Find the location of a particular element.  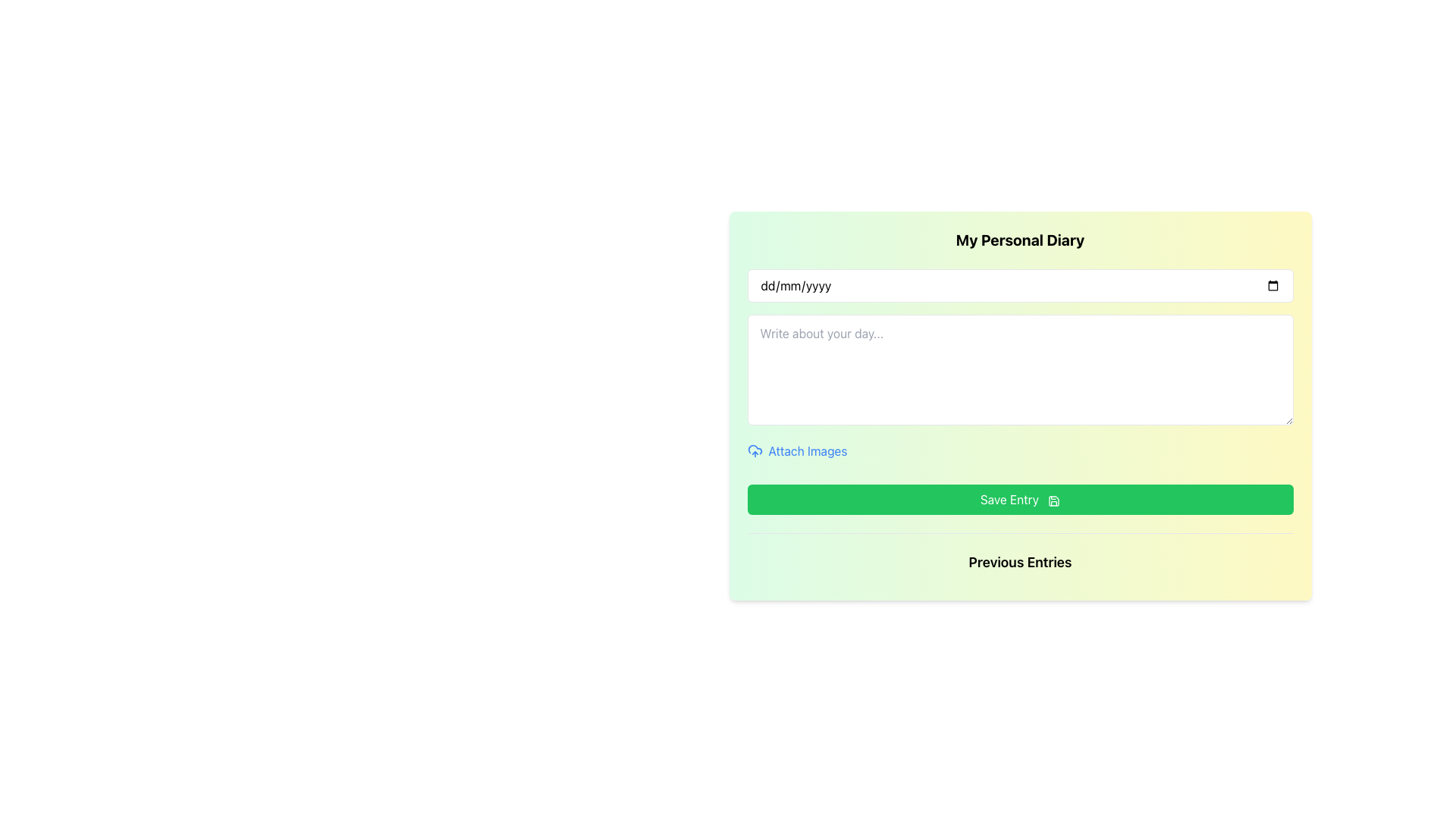

the static text label or section heading that serves as a header for previously logged entries, located beneath the 'Save Entry' button is located at coordinates (1020, 562).